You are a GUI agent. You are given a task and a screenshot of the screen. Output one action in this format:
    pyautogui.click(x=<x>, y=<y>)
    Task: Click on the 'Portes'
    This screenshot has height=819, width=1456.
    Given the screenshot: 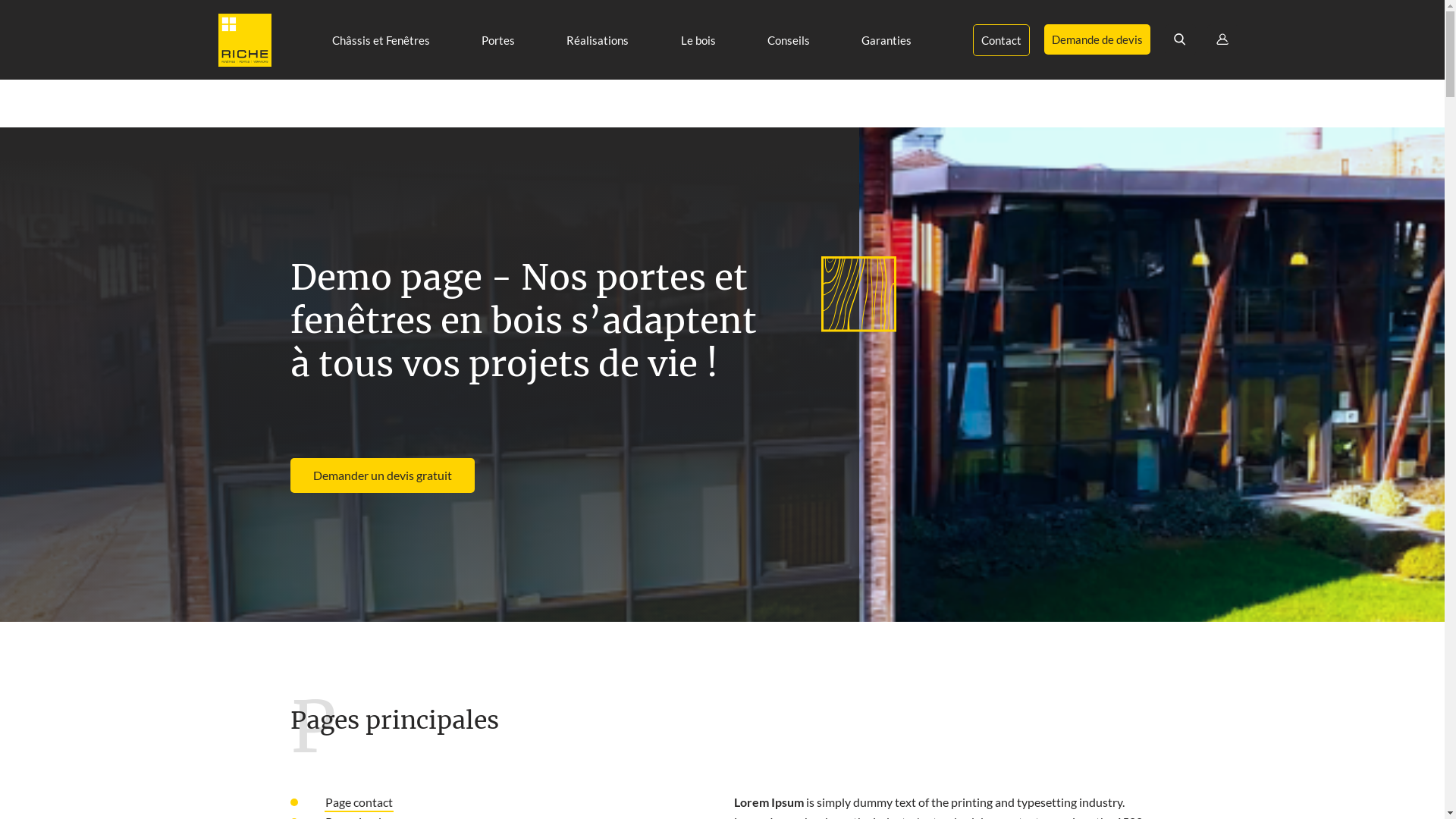 What is the action you would take?
    pyautogui.click(x=480, y=39)
    